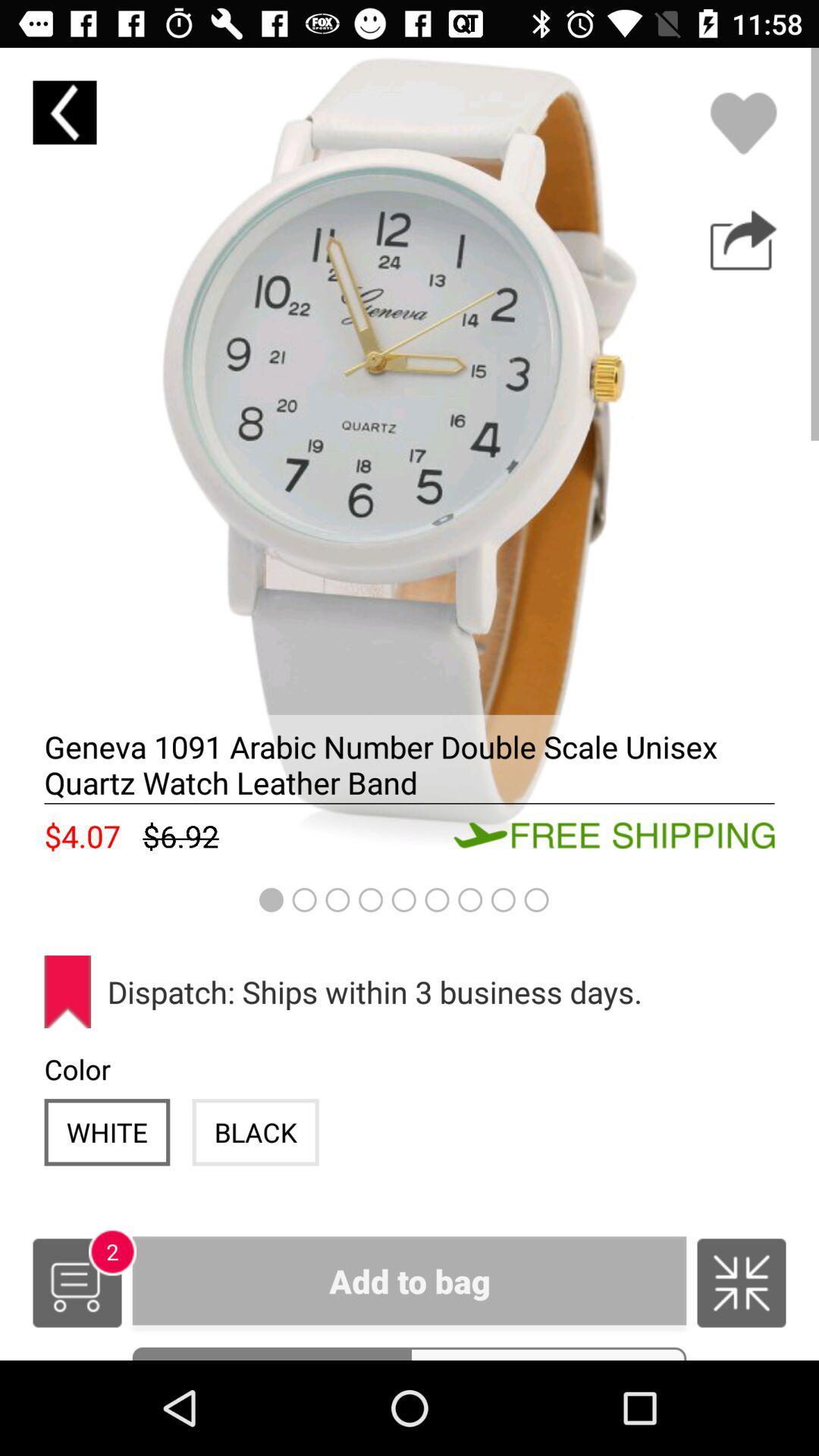  Describe the element at coordinates (741, 1282) in the screenshot. I see `the national_flag icon` at that location.